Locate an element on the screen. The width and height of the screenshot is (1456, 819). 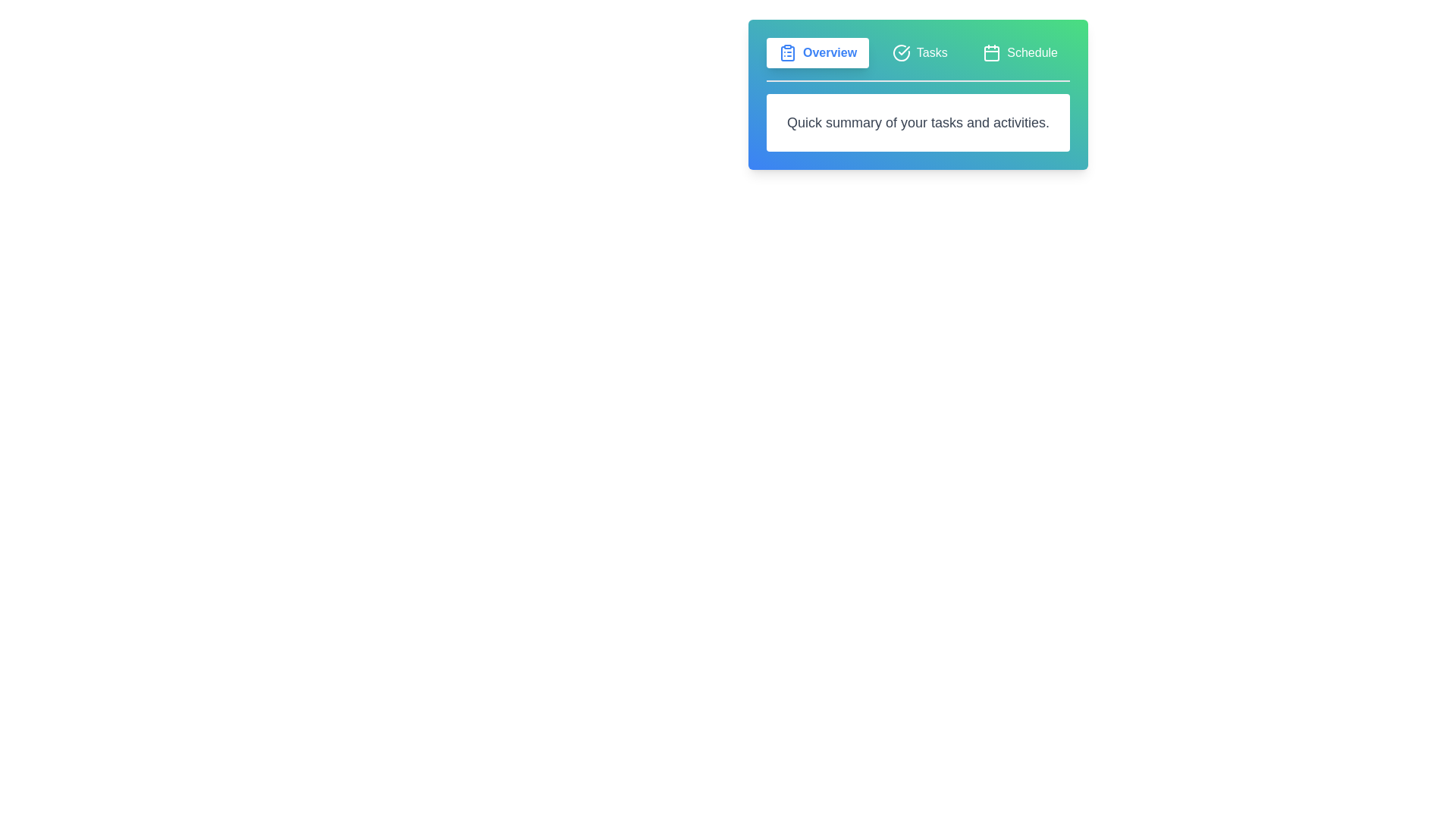
the tab labeled Overview is located at coordinates (817, 52).